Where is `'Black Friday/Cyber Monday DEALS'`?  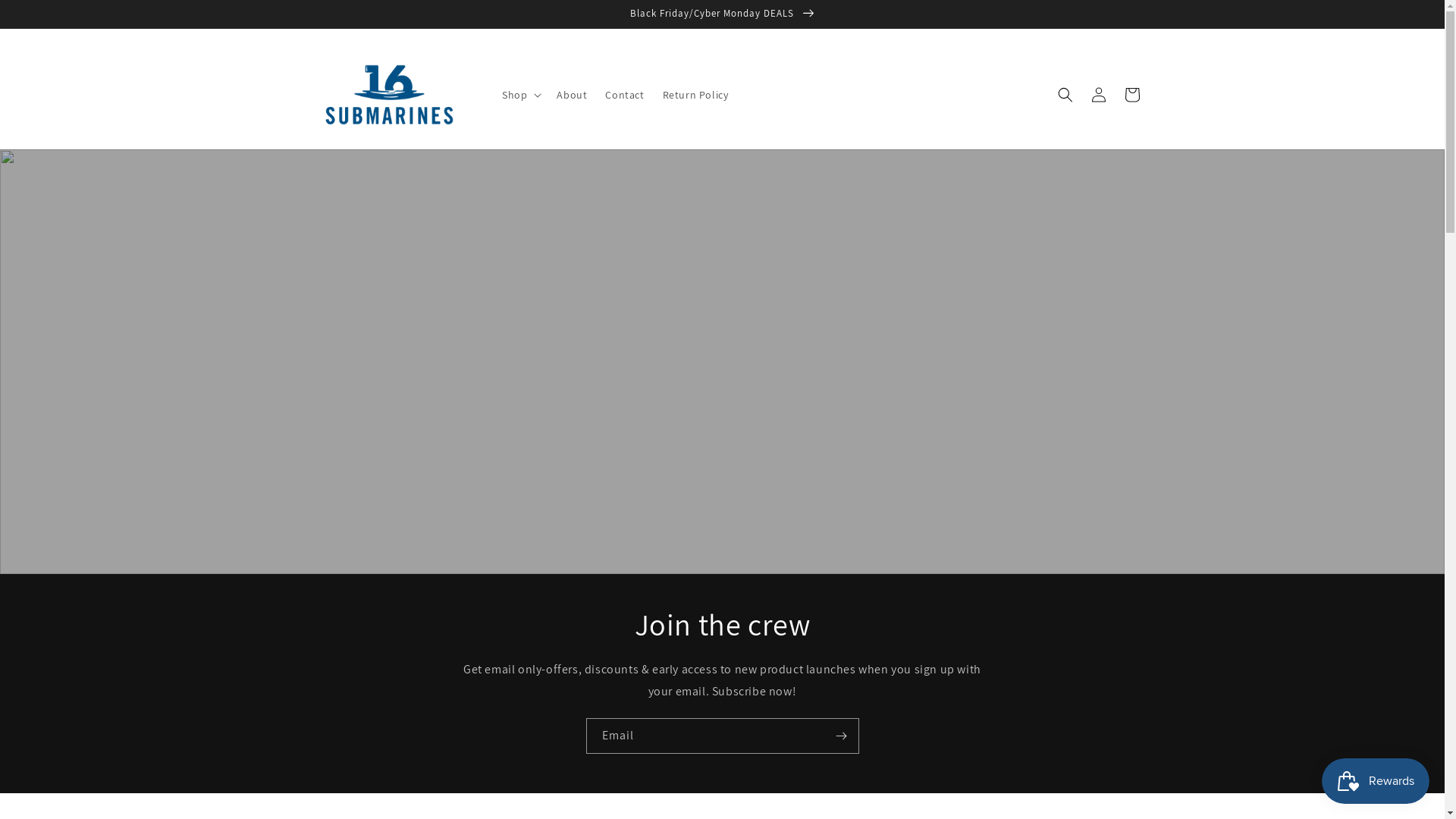
'Black Friday/Cyber Monday DEALS' is located at coordinates (721, 14).